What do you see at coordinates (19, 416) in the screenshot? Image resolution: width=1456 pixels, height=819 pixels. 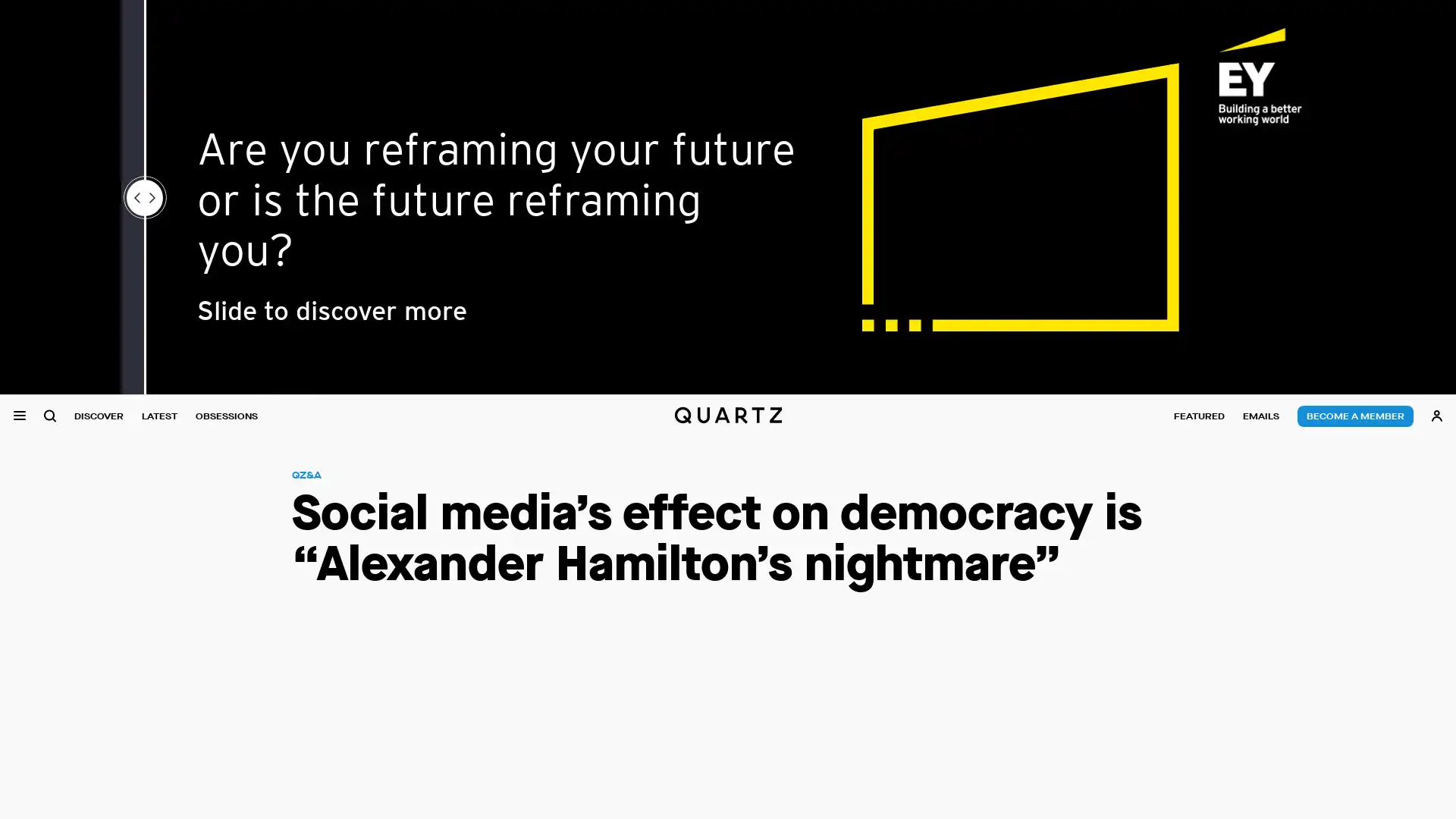 I see `Toggle menu` at bounding box center [19, 416].